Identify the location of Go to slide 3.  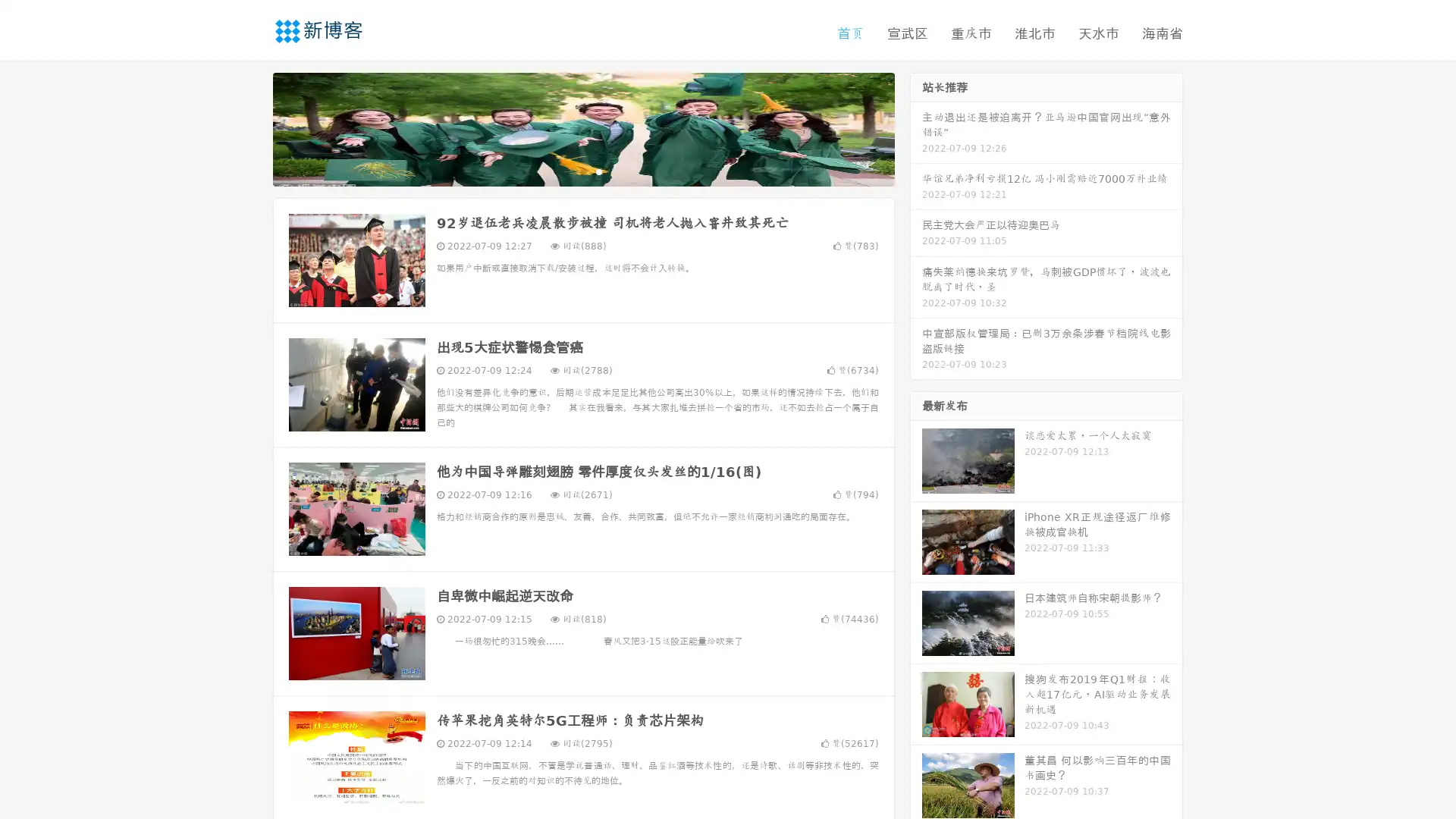
(598, 171).